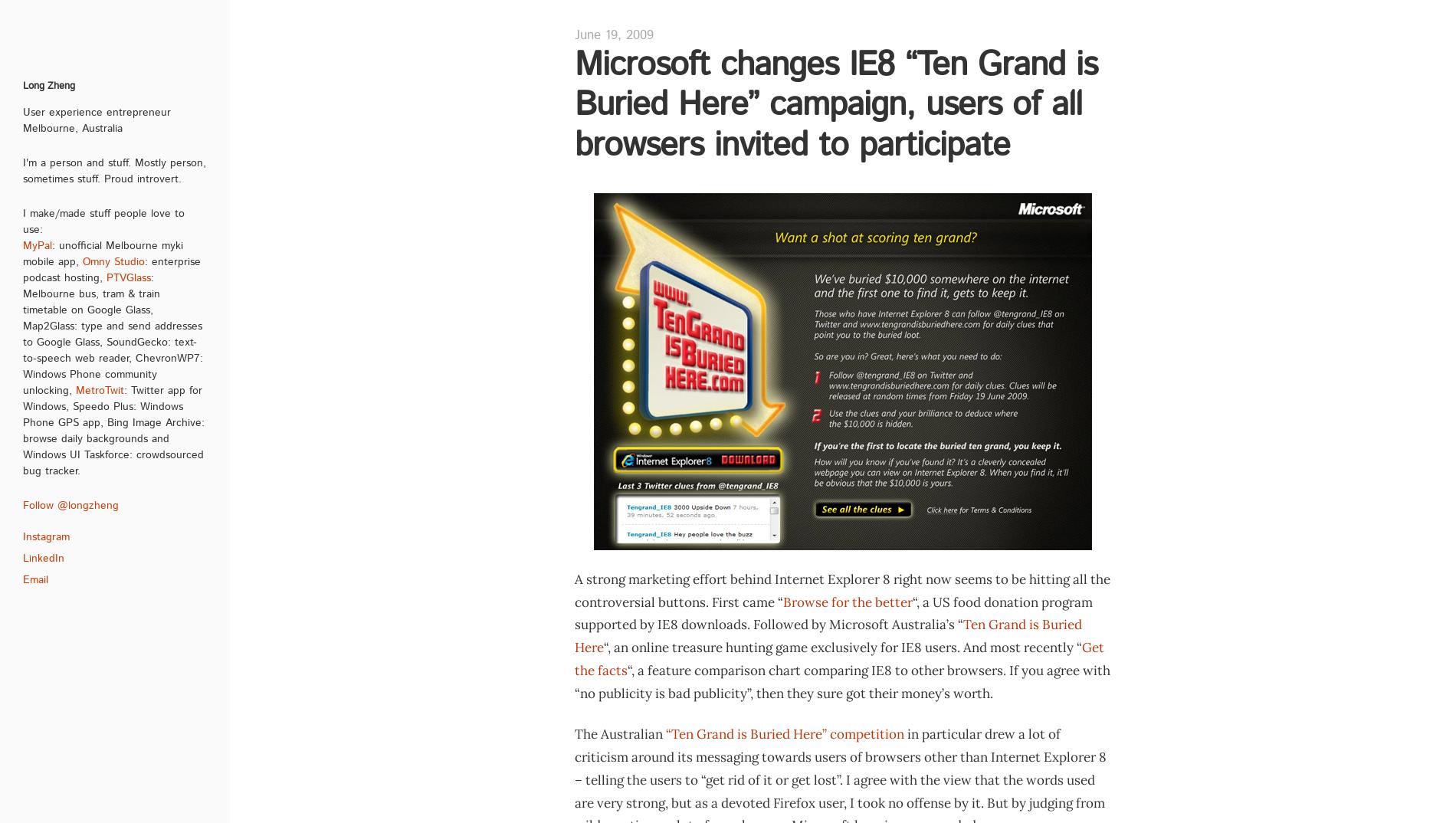 This screenshot has width=1456, height=823. I want to click on 'Follow @longzheng', so click(71, 504).